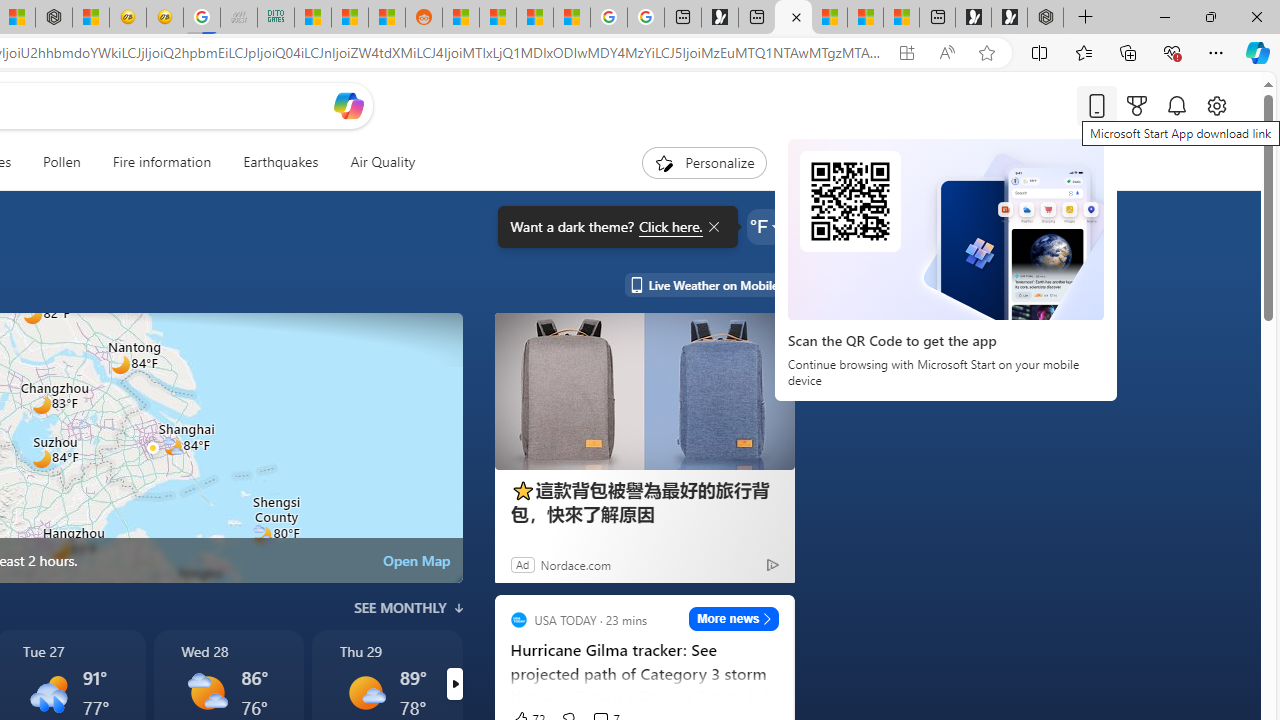 The image size is (1280, 720). I want to click on 'Switch right', so click(453, 683).